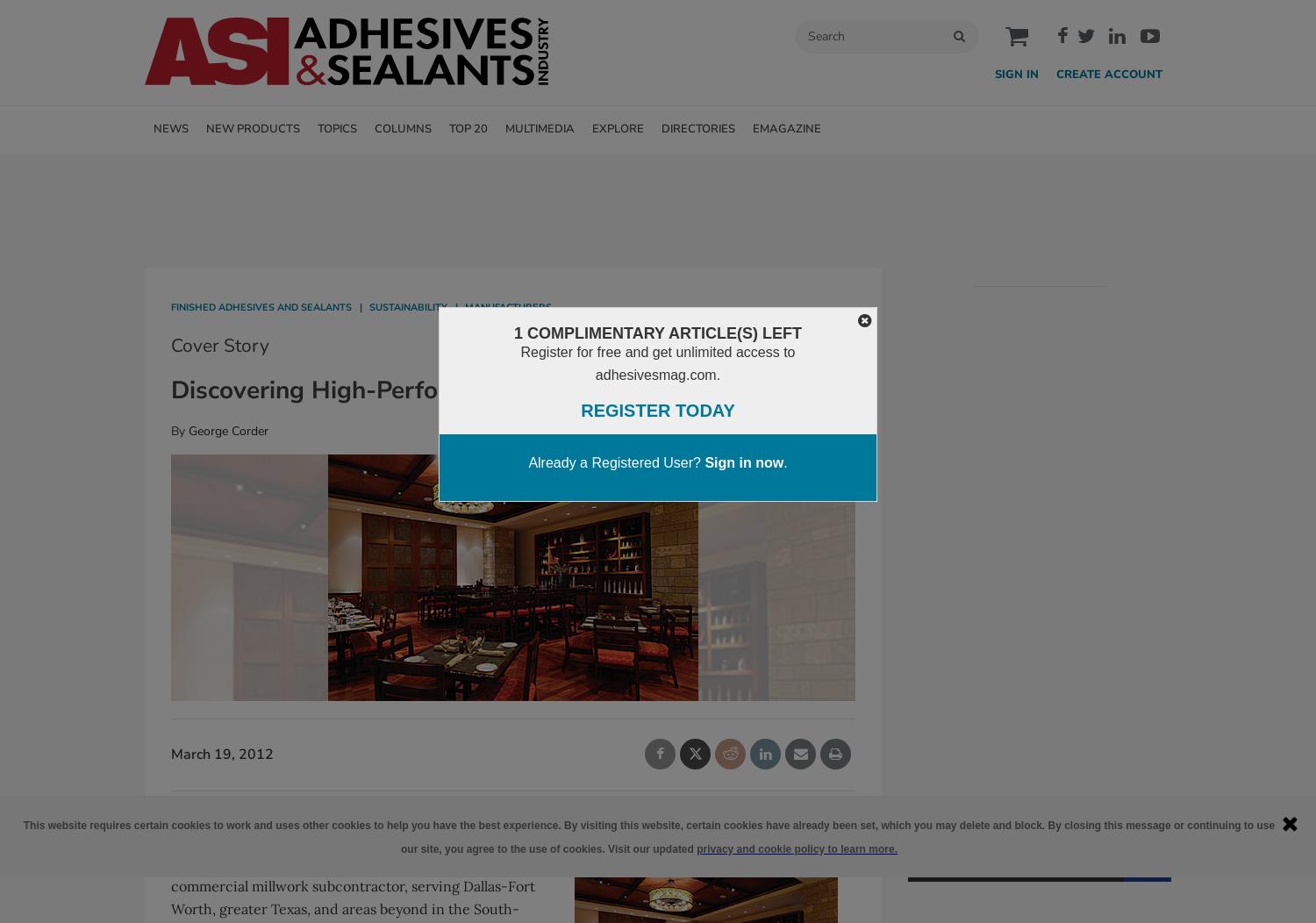 The image size is (1316, 923). What do you see at coordinates (222, 754) in the screenshot?
I see `'March 19, 2012'` at bounding box center [222, 754].